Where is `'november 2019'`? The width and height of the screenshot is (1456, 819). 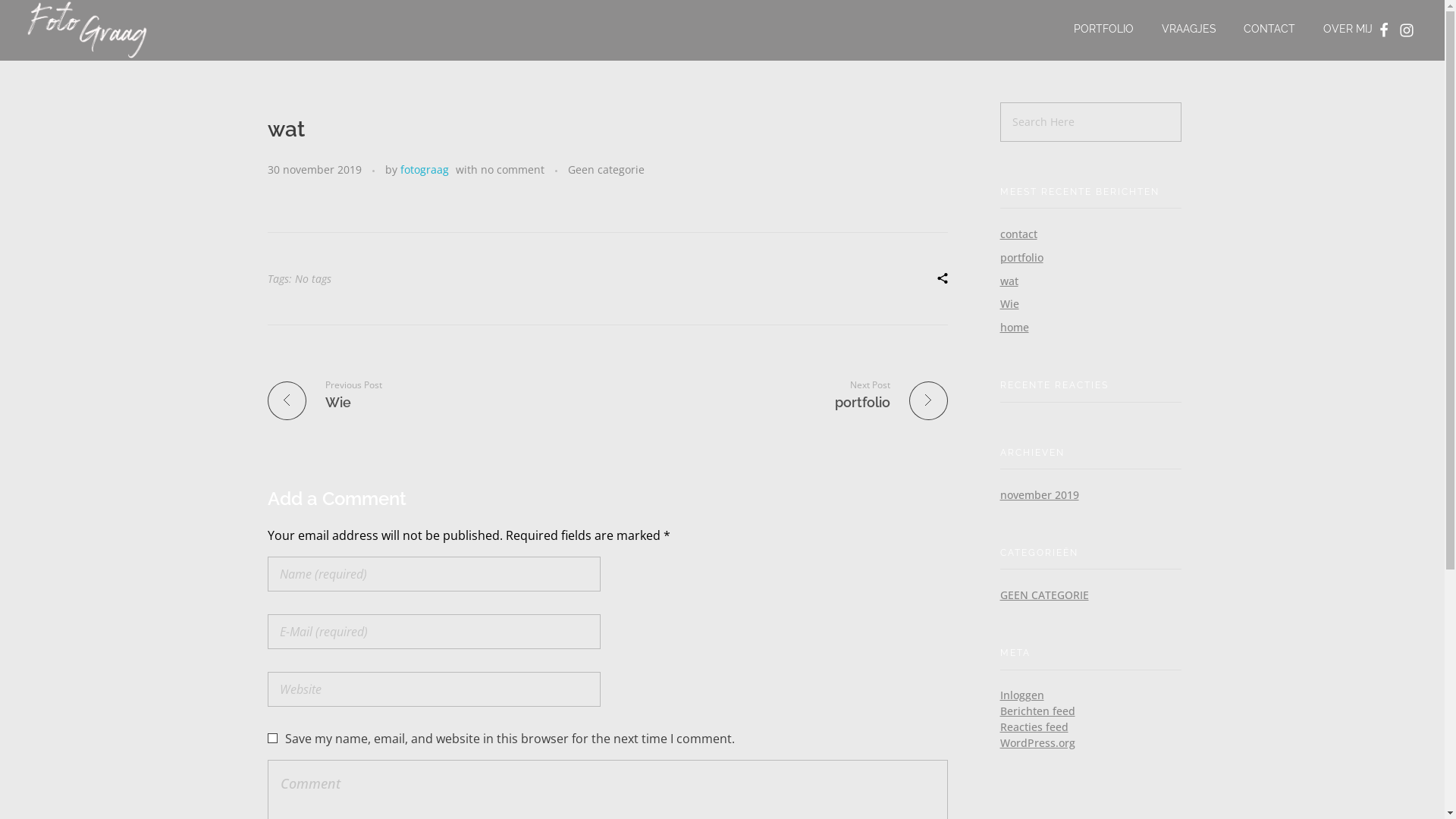 'november 2019' is located at coordinates (1037, 494).